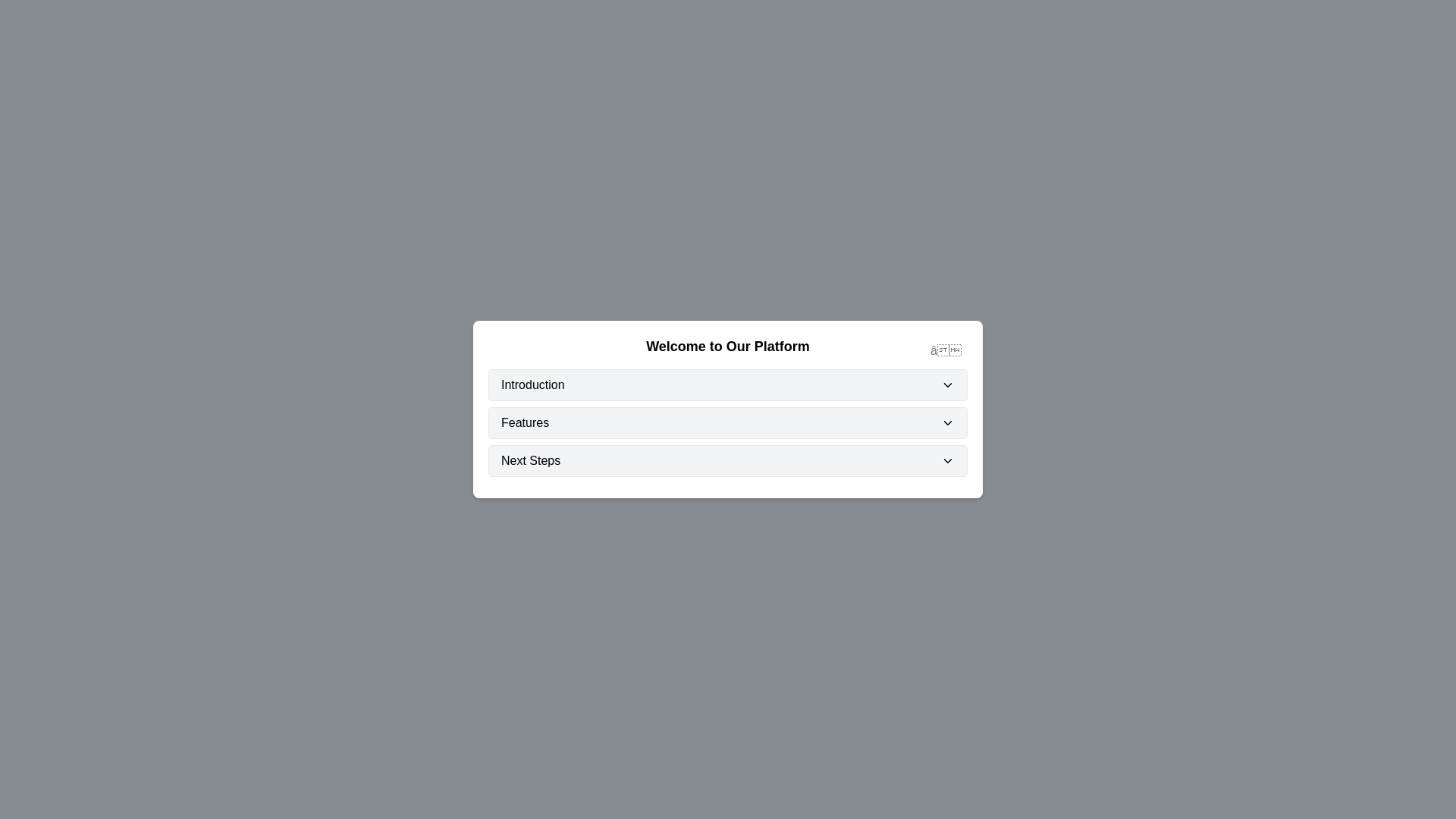  What do you see at coordinates (728, 409) in the screenshot?
I see `the modal containing the nested dropdown fields labeled 'Introduction', 'Features', and 'Next Steps'` at bounding box center [728, 409].